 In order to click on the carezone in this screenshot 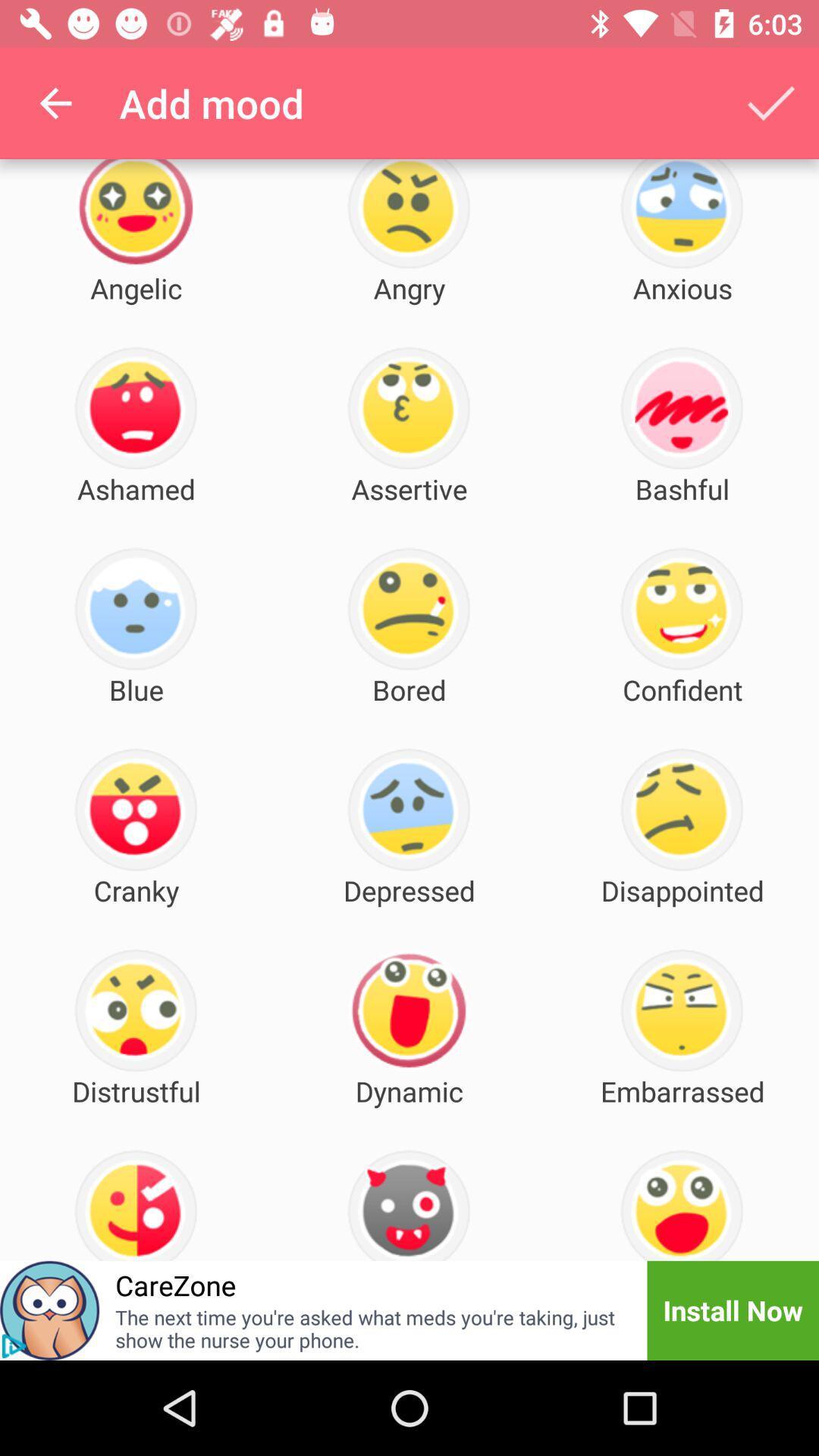, I will do `click(174, 1284)`.